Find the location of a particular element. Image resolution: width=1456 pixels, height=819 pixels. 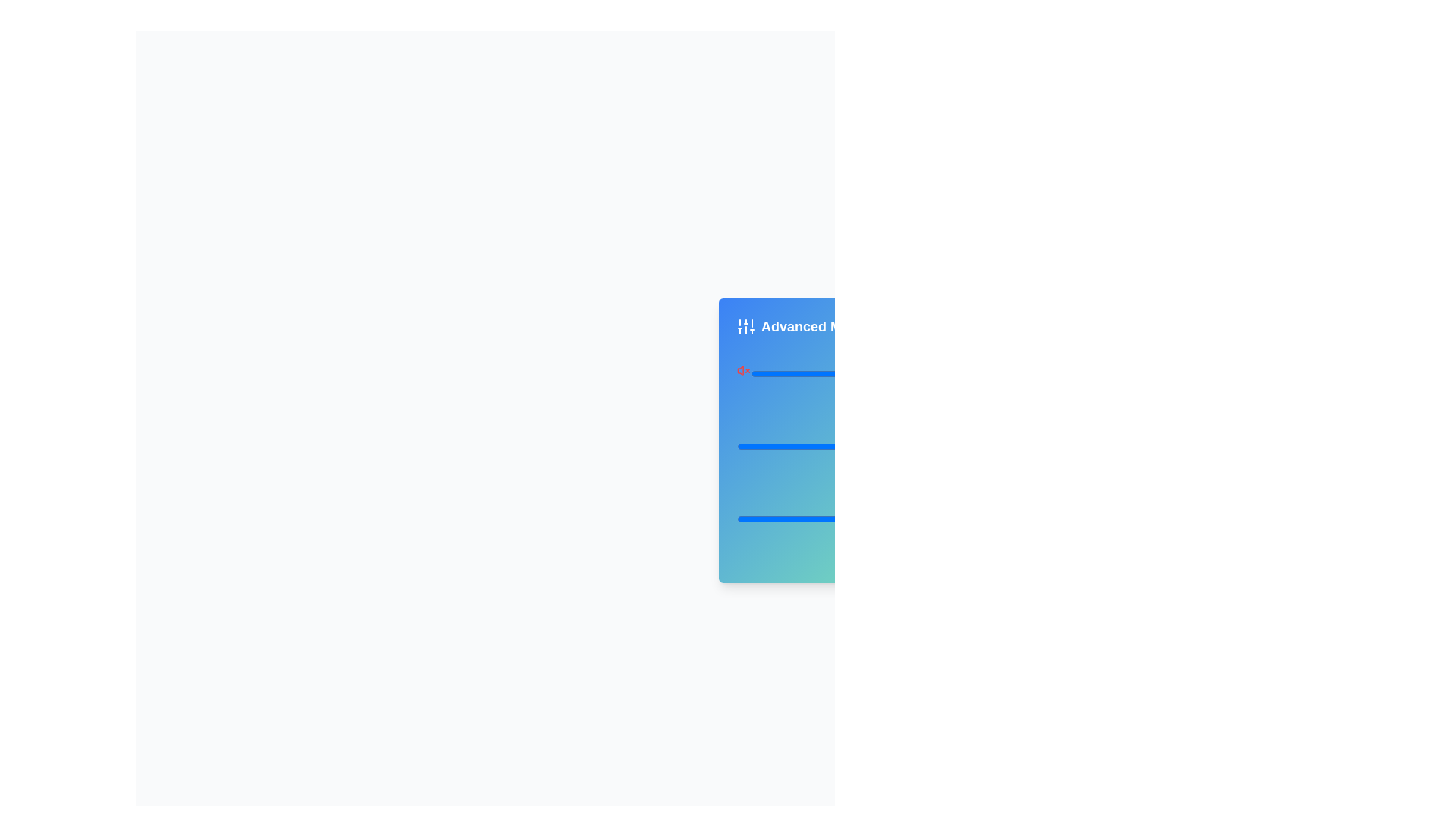

the slider value is located at coordinates (861, 446).